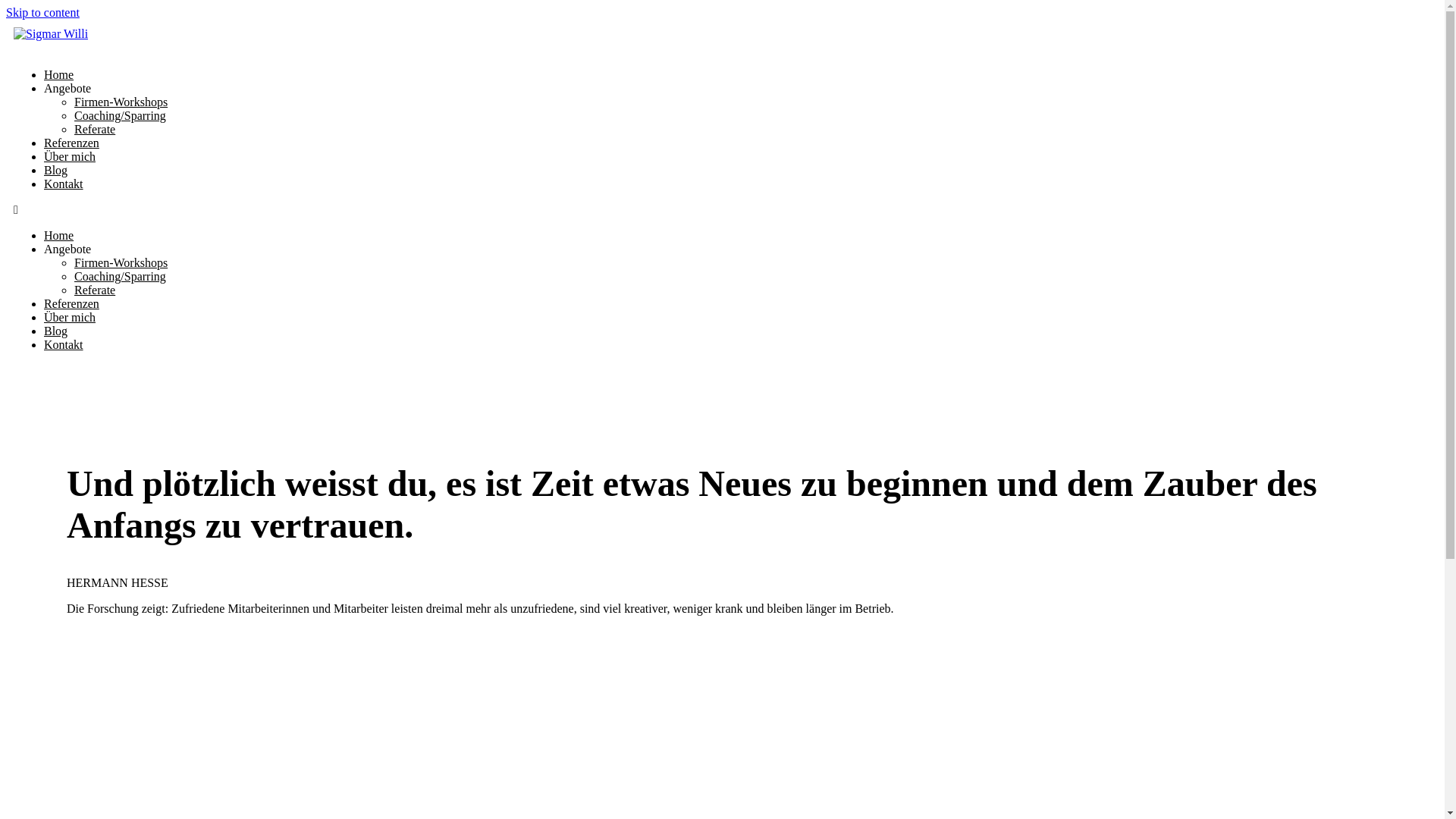 This screenshot has width=1456, height=819. I want to click on 'Coaching/Sparring', so click(119, 276).